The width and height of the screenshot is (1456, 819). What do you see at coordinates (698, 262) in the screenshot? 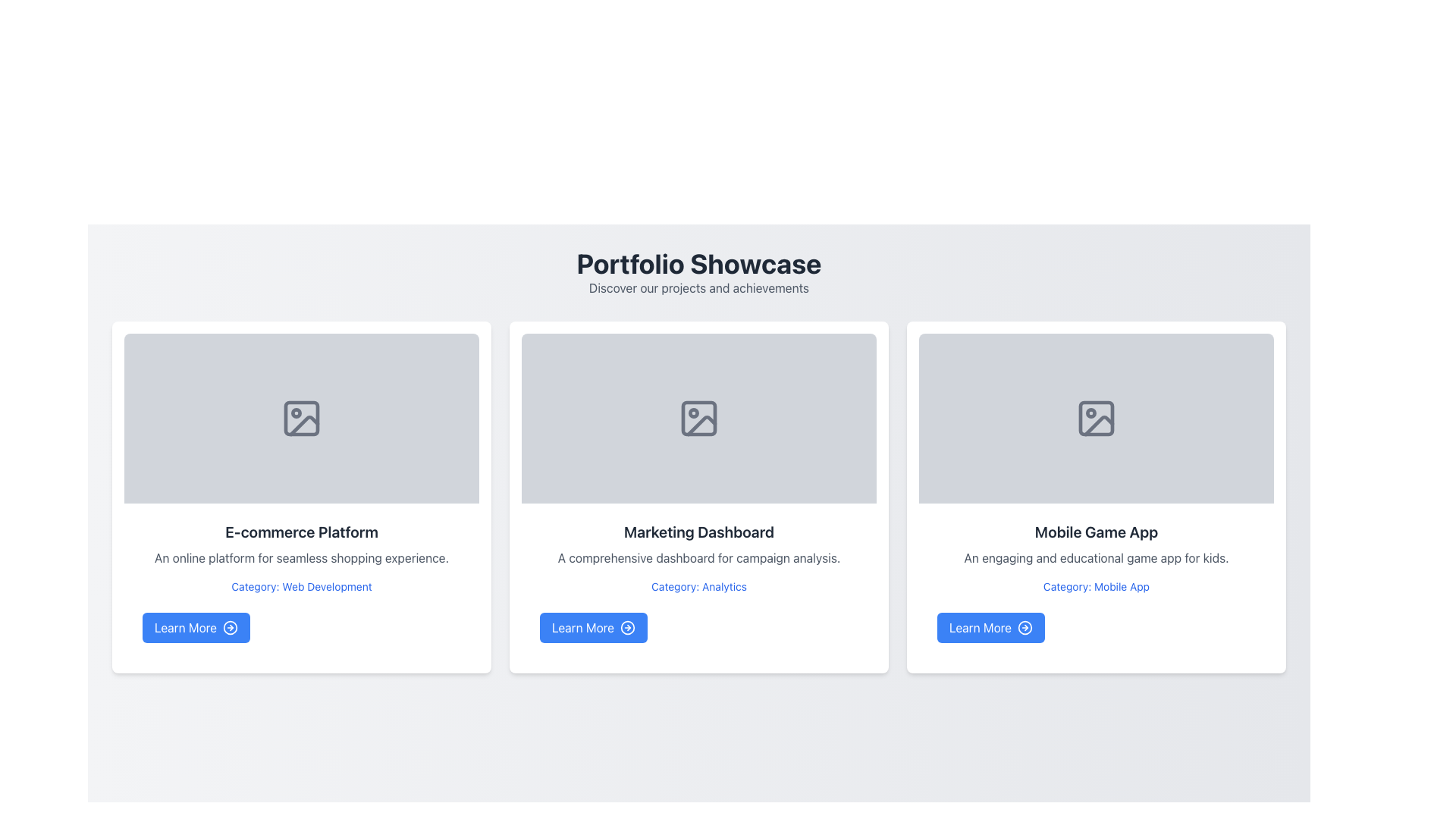
I see `the header text for the 'Portfolio Showcase' section, which is located above the text 'Discover our projects and achievements.'` at bounding box center [698, 262].